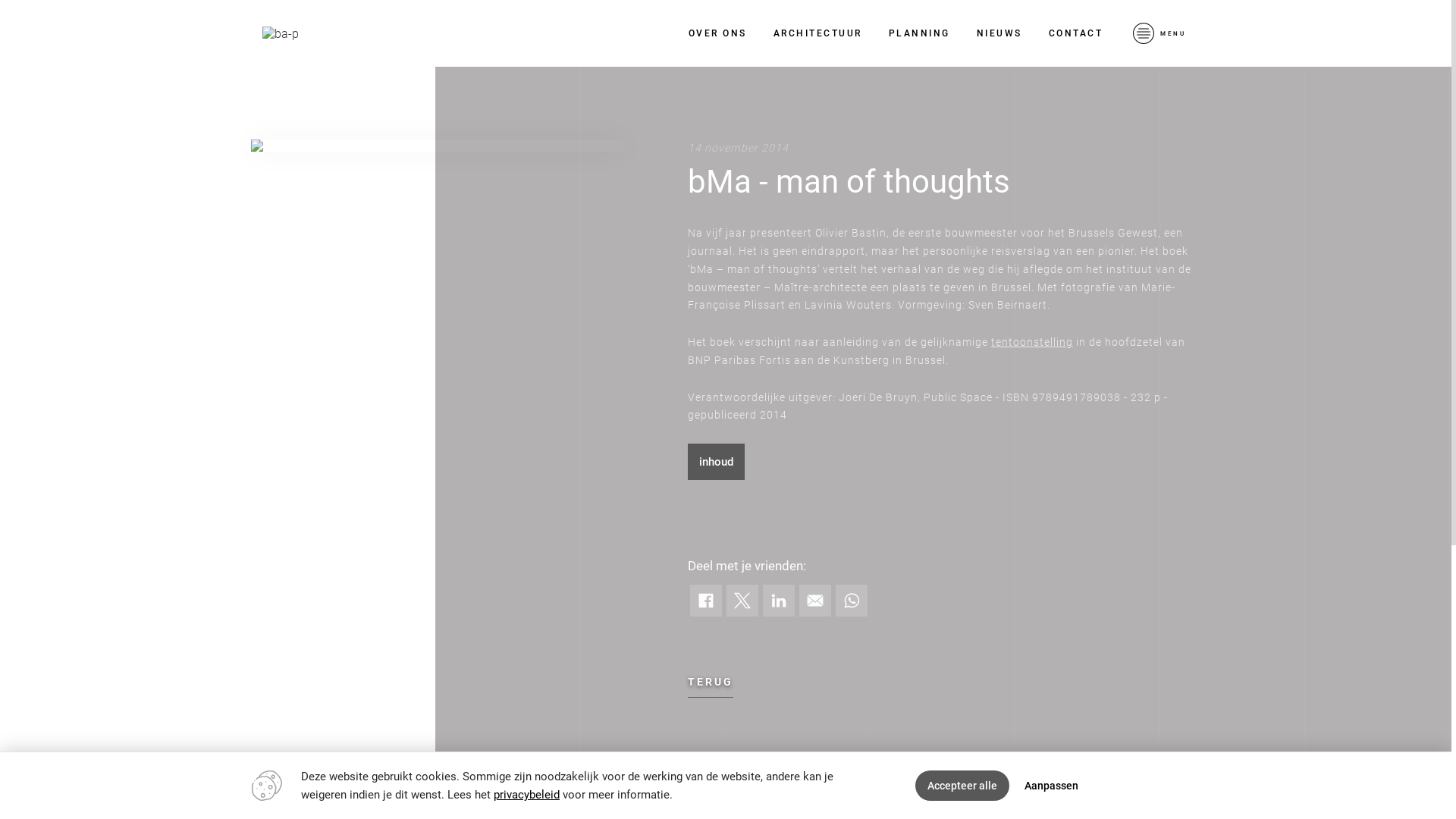 The image size is (1456, 819). What do you see at coordinates (1128, 33) in the screenshot?
I see `'MENU'` at bounding box center [1128, 33].